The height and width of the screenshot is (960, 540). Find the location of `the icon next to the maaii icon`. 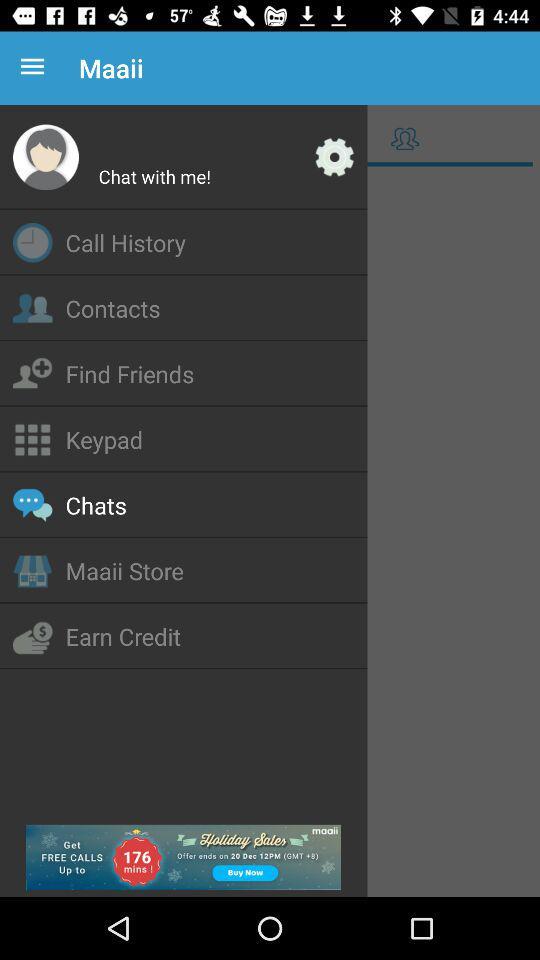

the icon next to the maaii icon is located at coordinates (36, 68).